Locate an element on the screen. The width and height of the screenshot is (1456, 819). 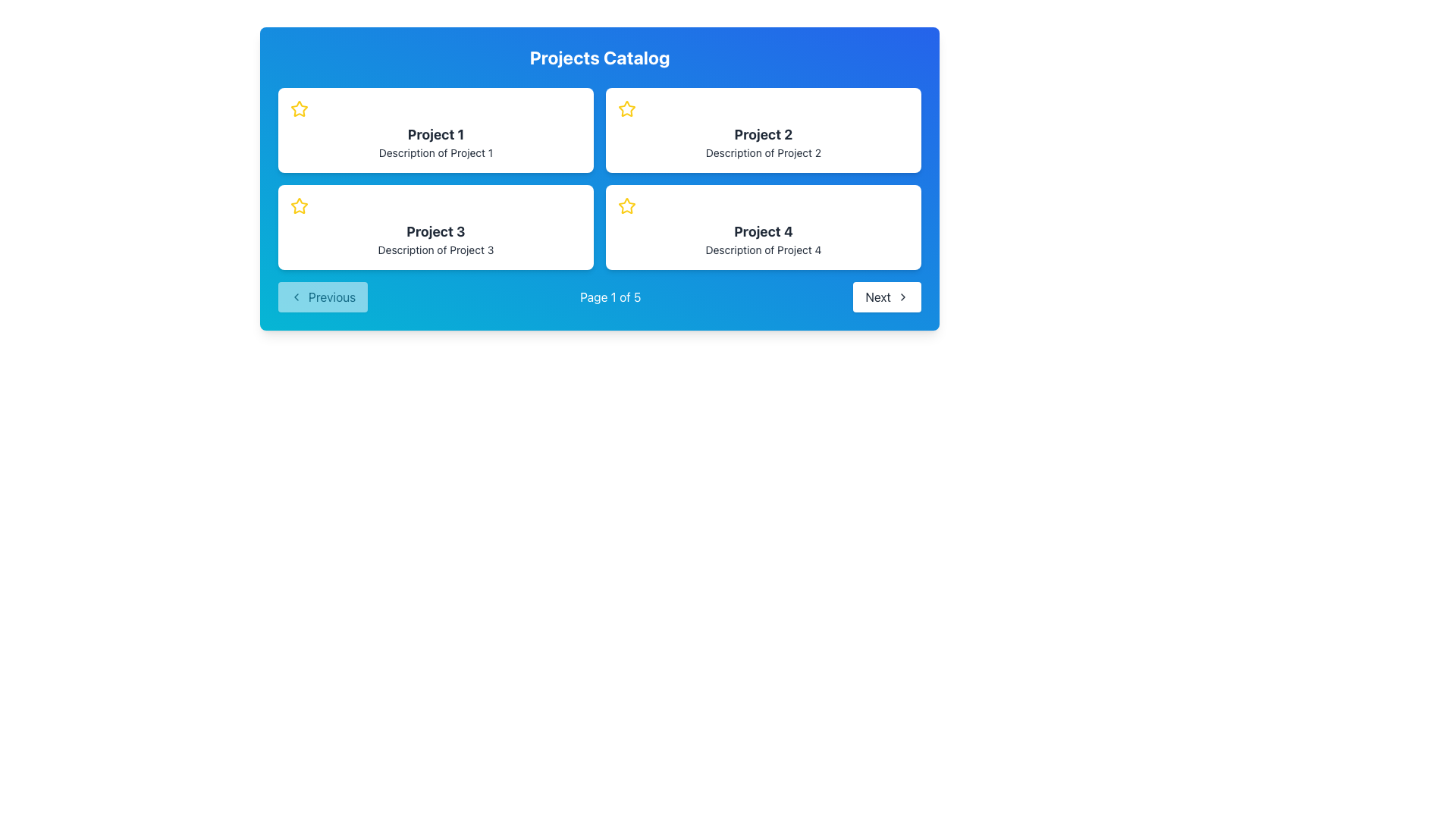
the left-pointing chevron icon located inside the 'Previous' button is located at coordinates (296, 297).